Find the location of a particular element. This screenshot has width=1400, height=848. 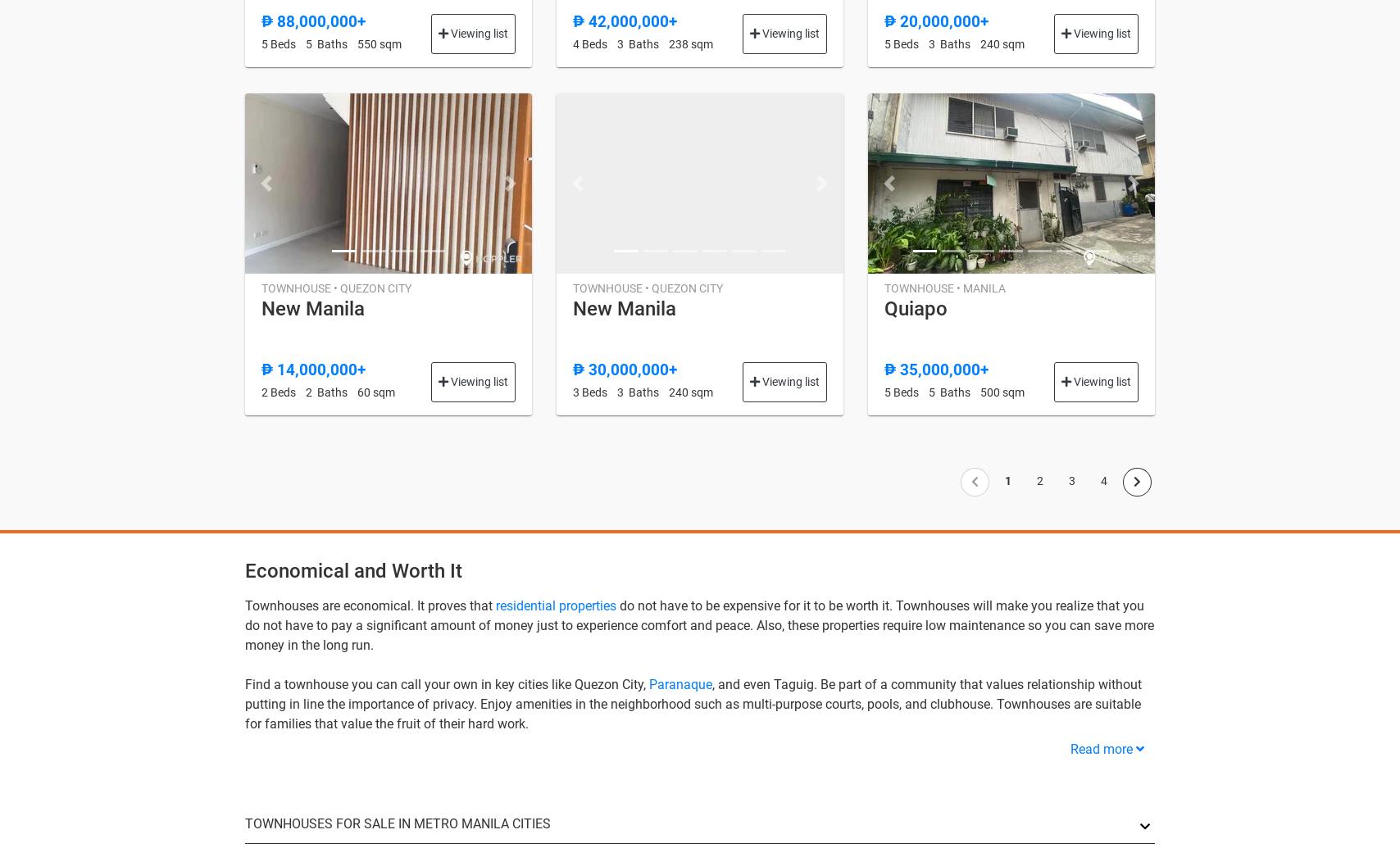

'Find a townhouse you can call your own in key cities like Quezon City,' is located at coordinates (447, 683).